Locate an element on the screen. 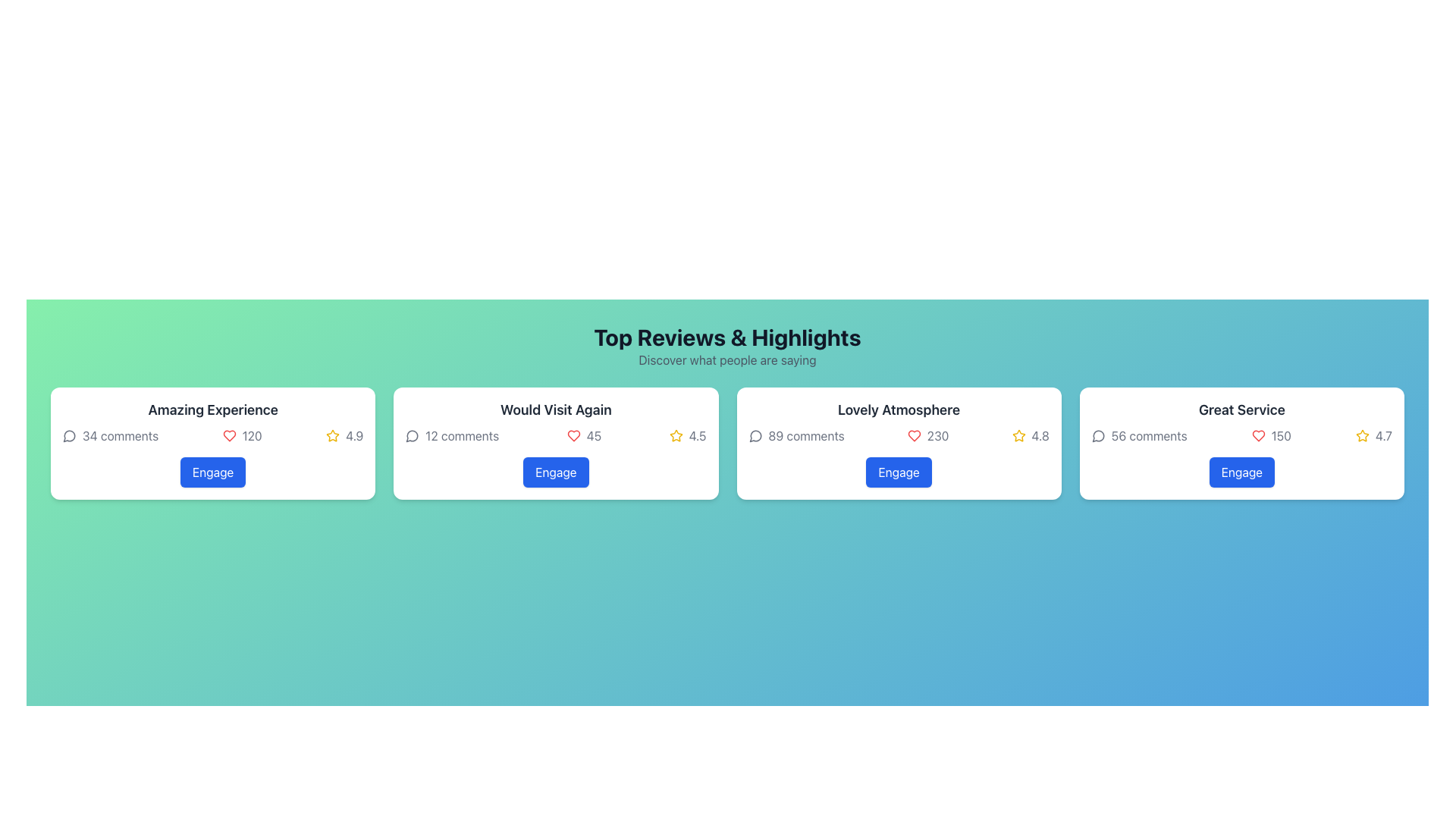  displayed user engagement metrics in the Metrics Display Section located below the title 'Amazing Experience' and above the 'Engage' button is located at coordinates (212, 435).